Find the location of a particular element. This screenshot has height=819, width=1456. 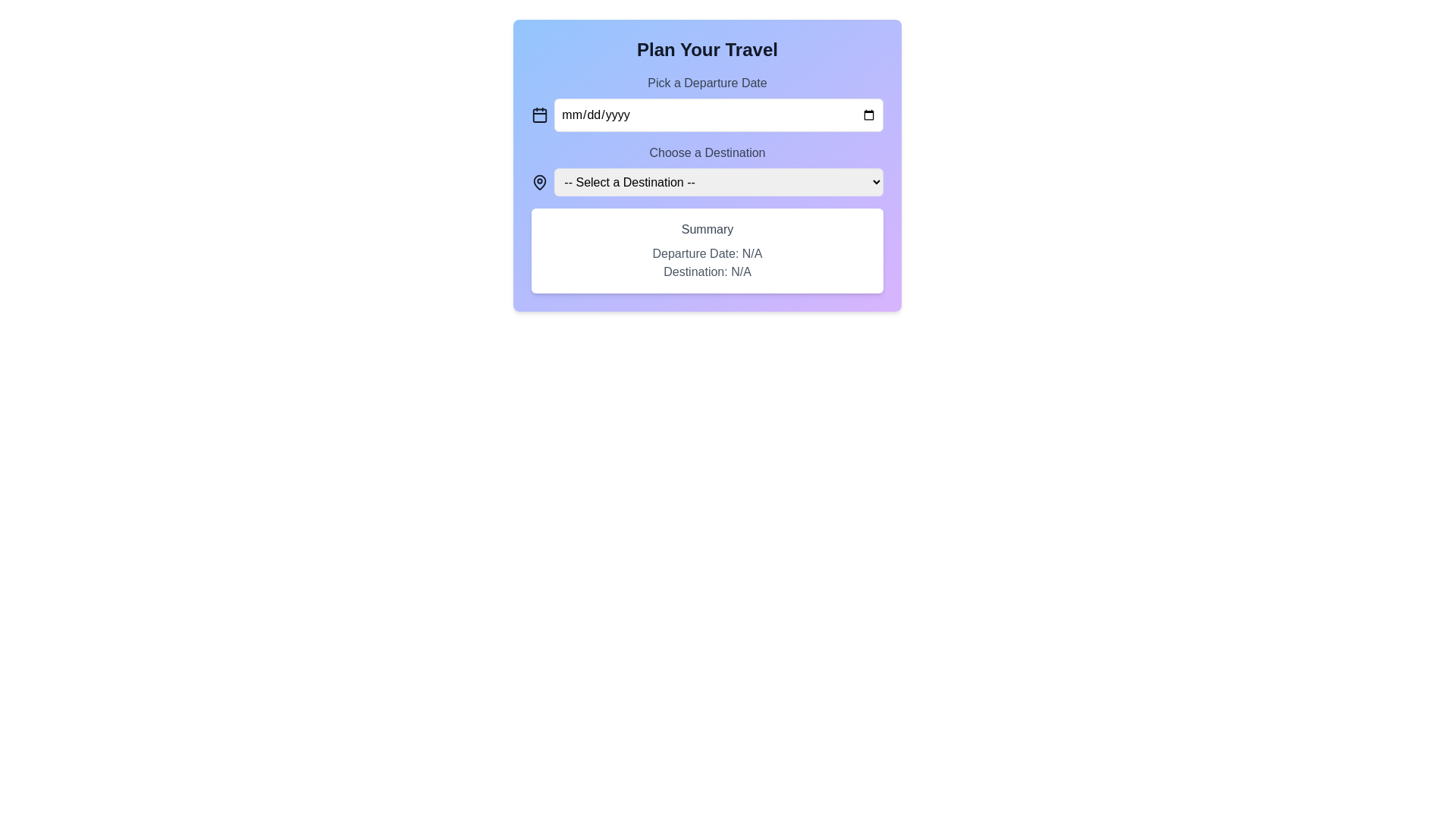

the 'Choose a Destination' dropdown menu located below the 'Pick a Departure Date' field in the 'Plan Your Travel' section is located at coordinates (706, 170).